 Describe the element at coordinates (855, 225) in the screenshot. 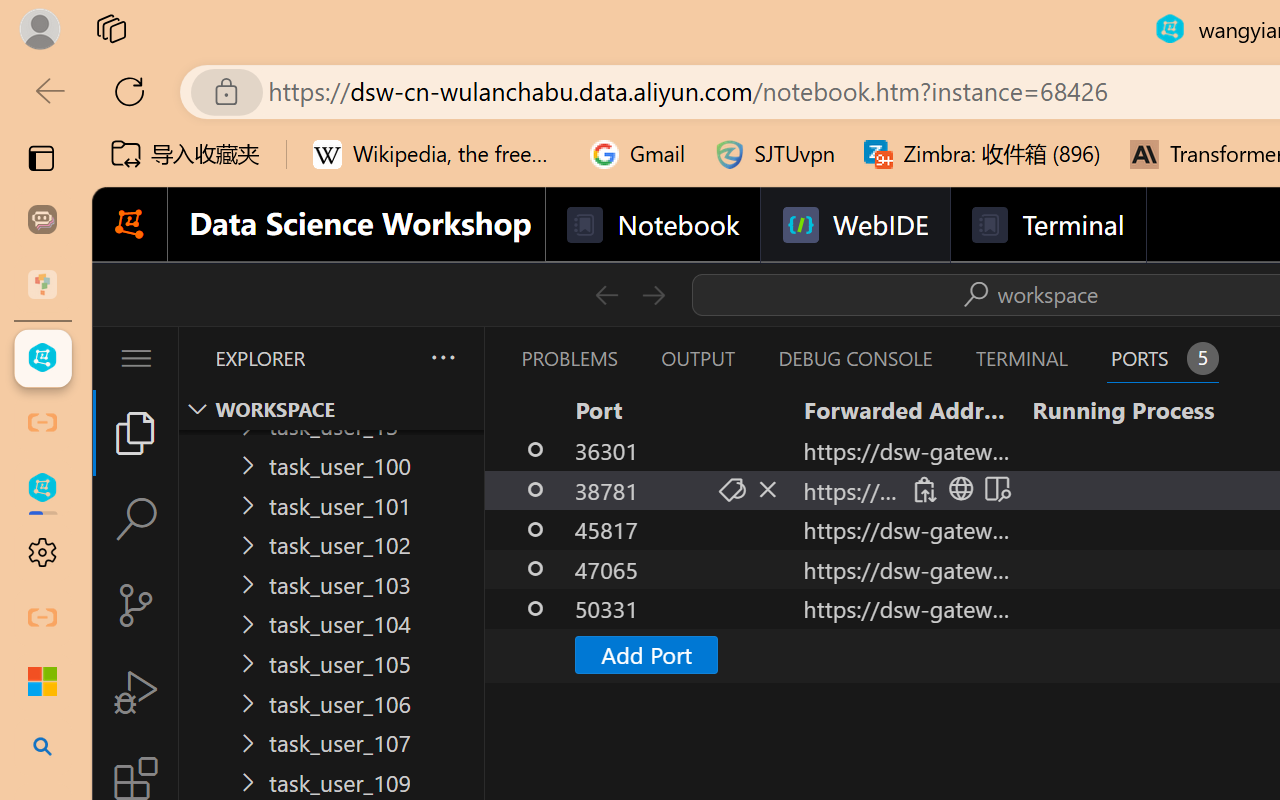

I see `'WebIDE'` at that location.